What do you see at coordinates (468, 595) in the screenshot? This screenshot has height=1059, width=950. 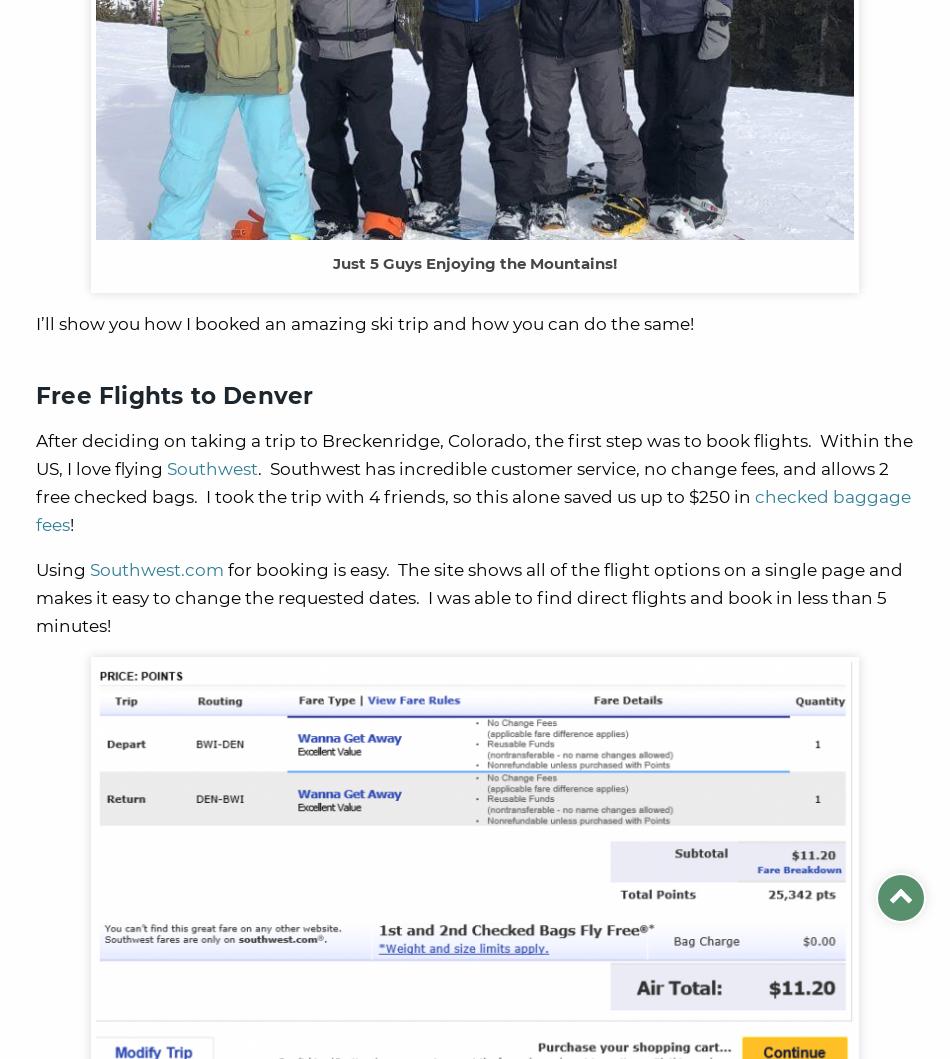 I see `'for booking is easy.  The site shows all of the flight options on a single page and makes it easy to change the requested dates.  I was able to find direct flights and book in less than 5 minutes!'` at bounding box center [468, 595].